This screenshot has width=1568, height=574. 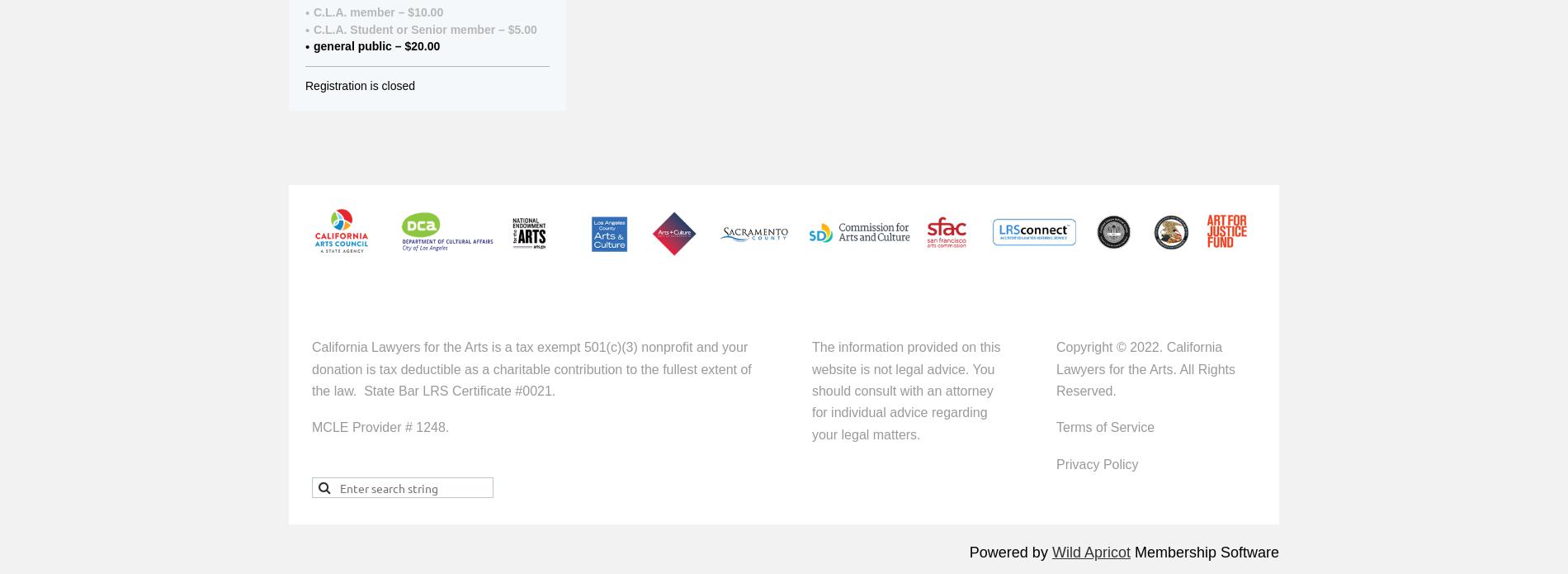 What do you see at coordinates (531, 369) in the screenshot?
I see `'California Lawyers for the Arts is a tax exempt 501(c)(3) nonprofit and your donation is tax deductible as a charitable contribution to the fullest extent of the law.'` at bounding box center [531, 369].